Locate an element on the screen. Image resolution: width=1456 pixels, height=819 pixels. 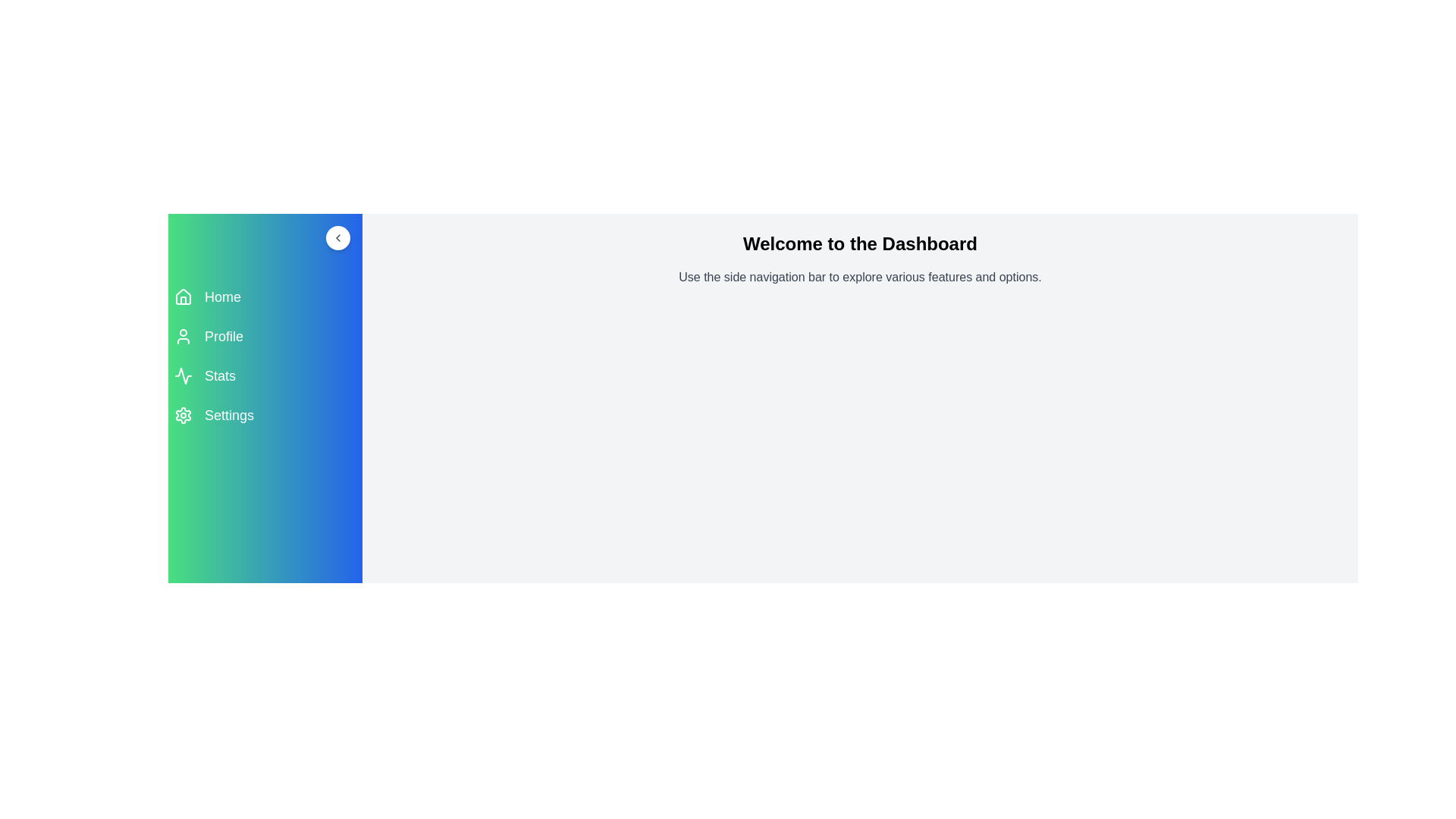
the 'Profile' label text, which is styled in white sans-serif font and located in the left-side navigation panel, below 'Home' and above 'Stats' is located at coordinates (223, 335).